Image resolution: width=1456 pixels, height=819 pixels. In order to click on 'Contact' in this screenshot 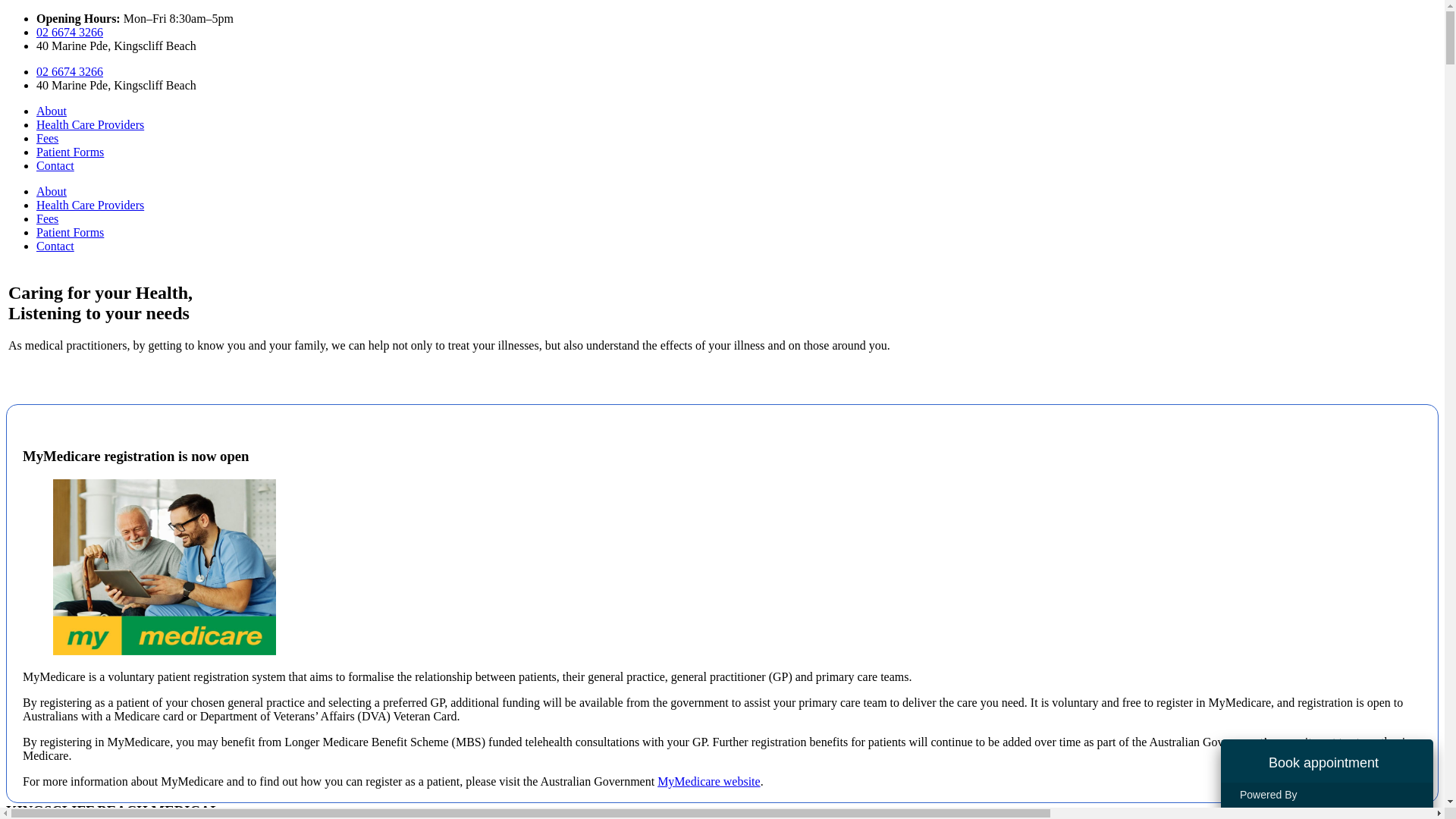, I will do `click(36, 245)`.